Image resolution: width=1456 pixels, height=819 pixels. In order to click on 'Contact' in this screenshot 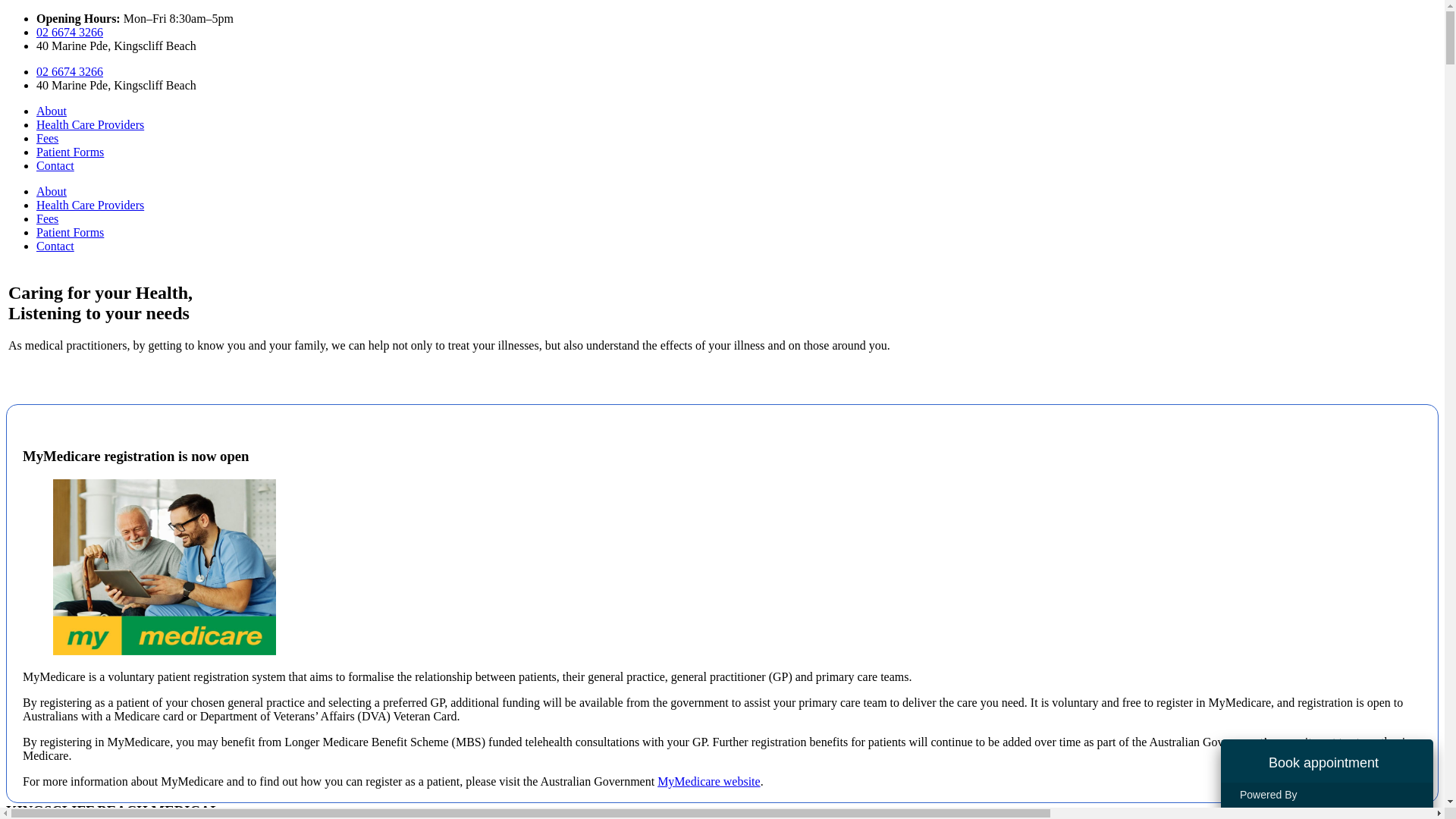, I will do `click(36, 245)`.